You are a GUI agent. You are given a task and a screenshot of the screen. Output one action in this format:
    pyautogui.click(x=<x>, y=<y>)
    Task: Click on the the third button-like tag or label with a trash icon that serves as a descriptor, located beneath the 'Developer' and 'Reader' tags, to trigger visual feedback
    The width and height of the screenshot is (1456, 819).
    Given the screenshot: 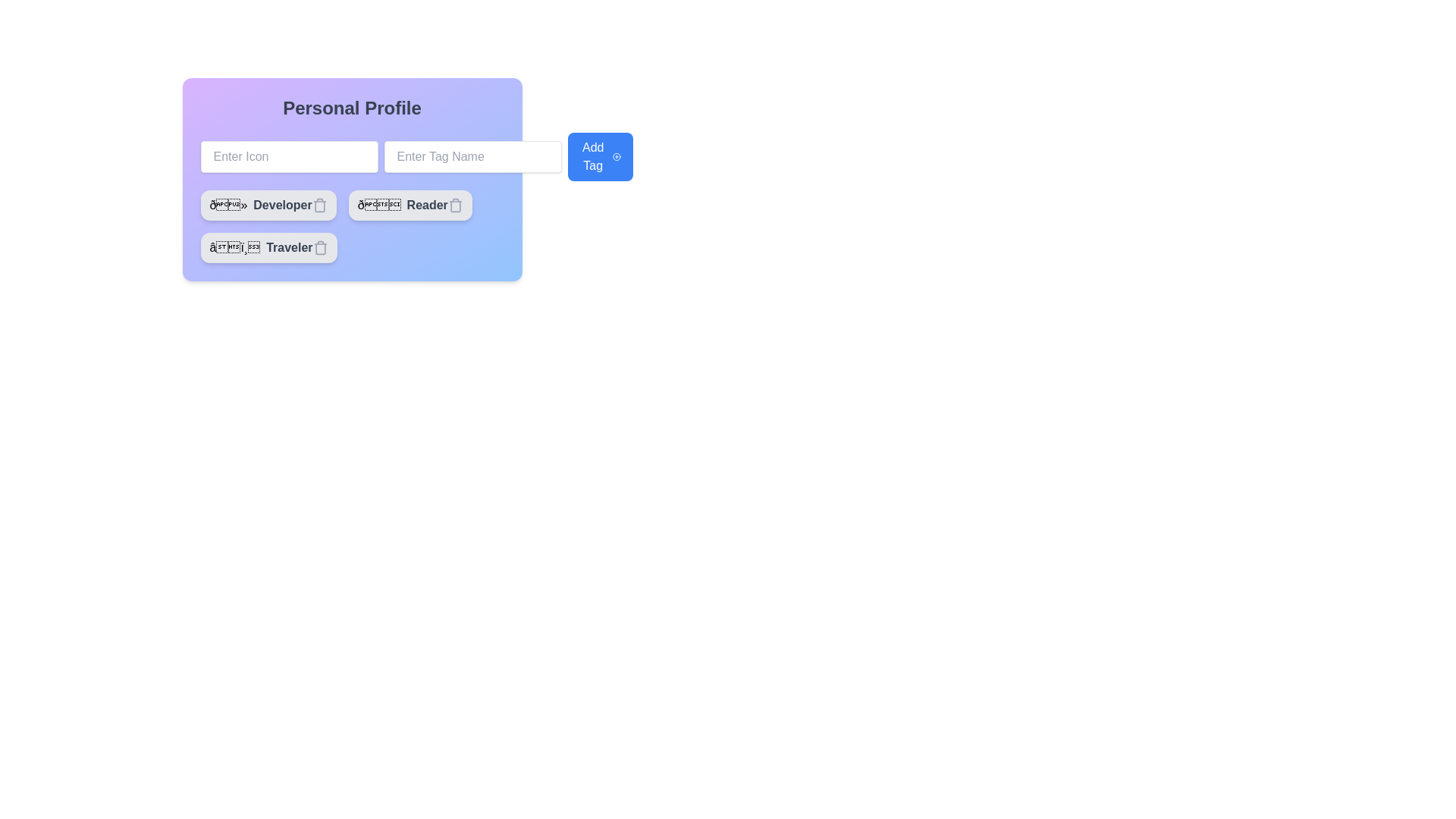 What is the action you would take?
    pyautogui.click(x=268, y=247)
    